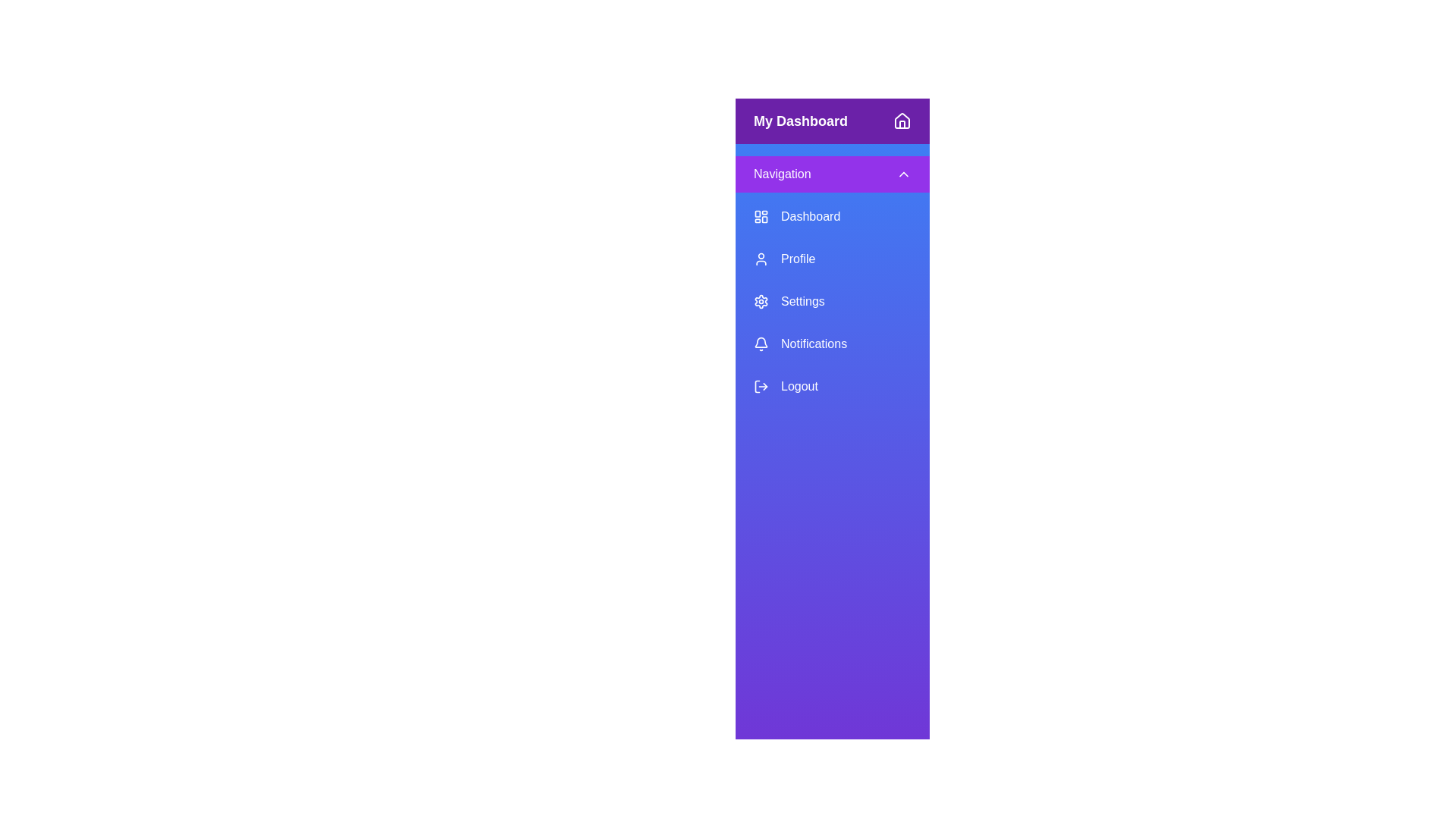  Describe the element at coordinates (761, 301) in the screenshot. I see `the 'Settings' icon located in the navigation menu, which represents the settings functionality and is visually identifiable as part of the third option in the vertical list` at that location.